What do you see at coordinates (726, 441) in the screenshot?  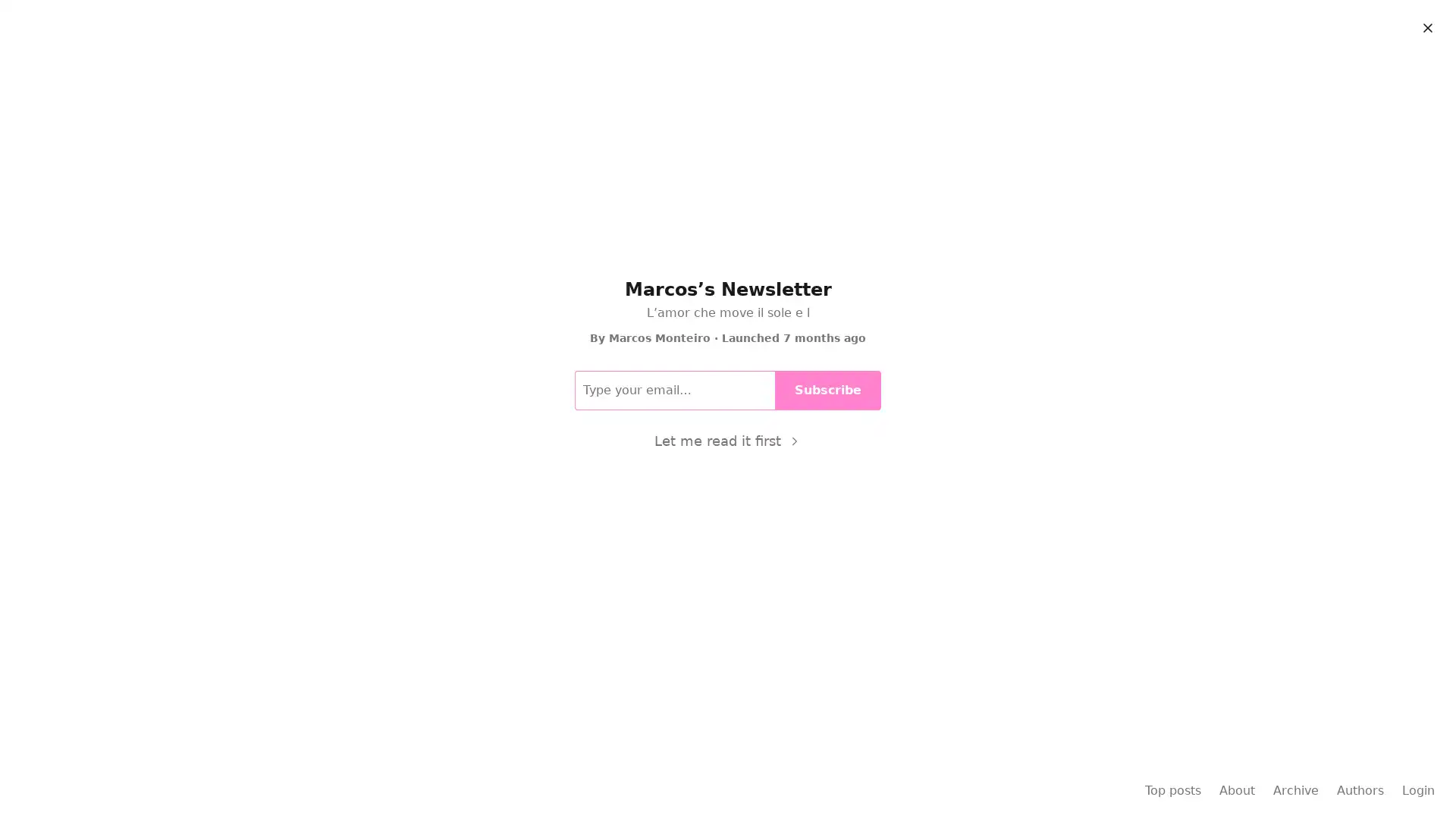 I see `Let me read it first` at bounding box center [726, 441].